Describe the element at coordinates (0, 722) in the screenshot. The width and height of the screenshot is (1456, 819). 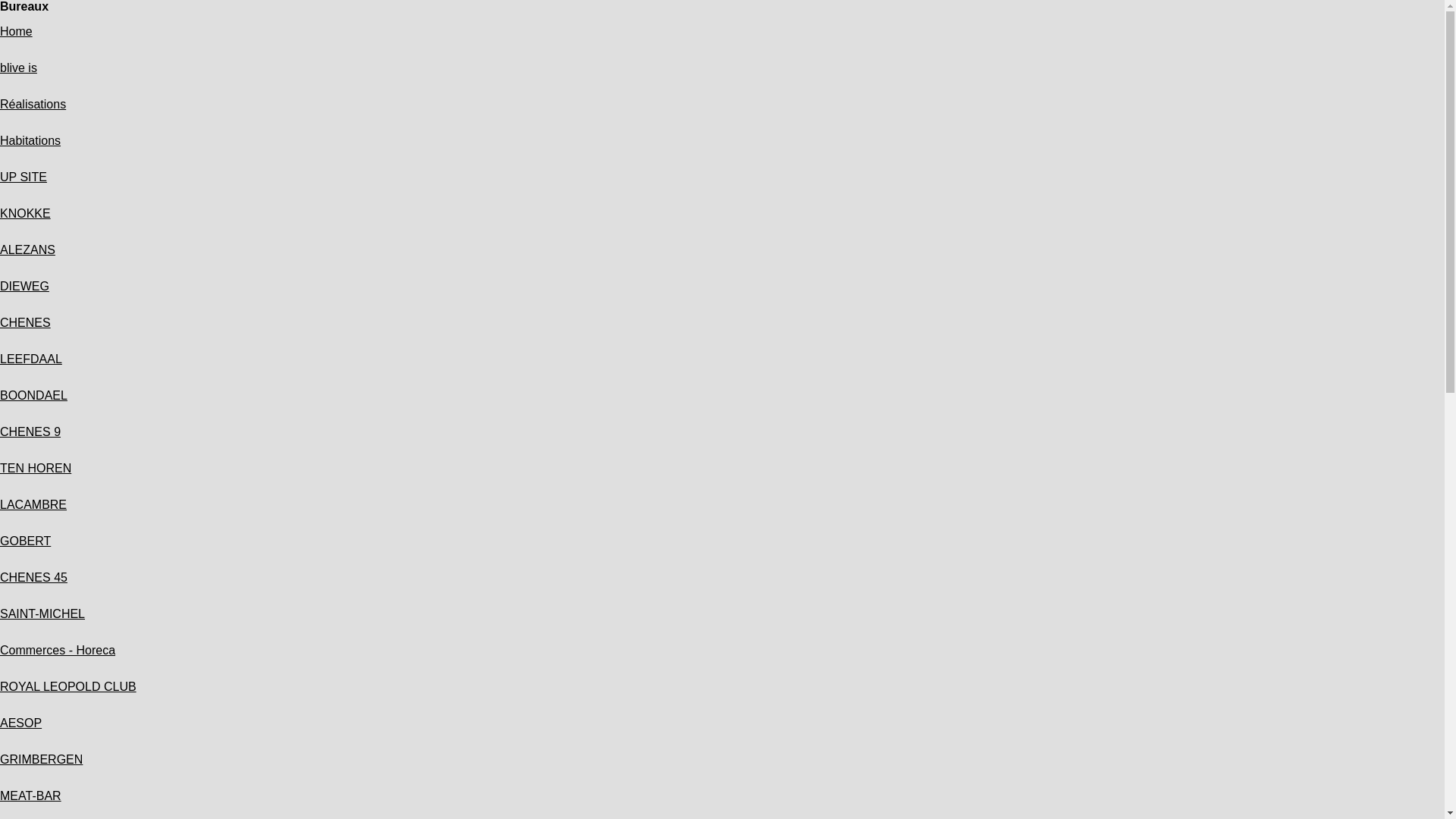
I see `'AESOP'` at that location.